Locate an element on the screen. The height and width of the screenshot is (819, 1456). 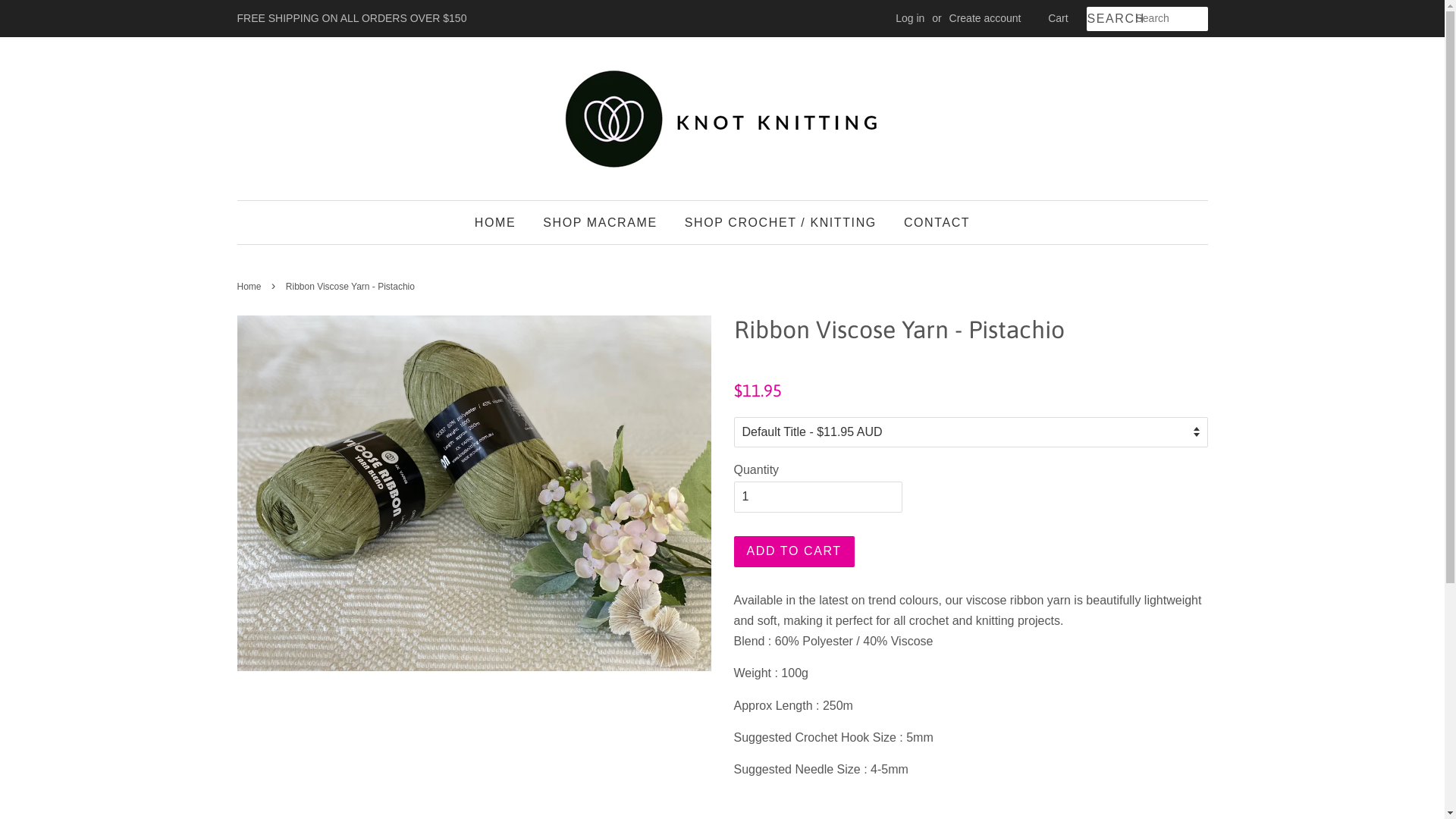
'Log in' is located at coordinates (895, 17).